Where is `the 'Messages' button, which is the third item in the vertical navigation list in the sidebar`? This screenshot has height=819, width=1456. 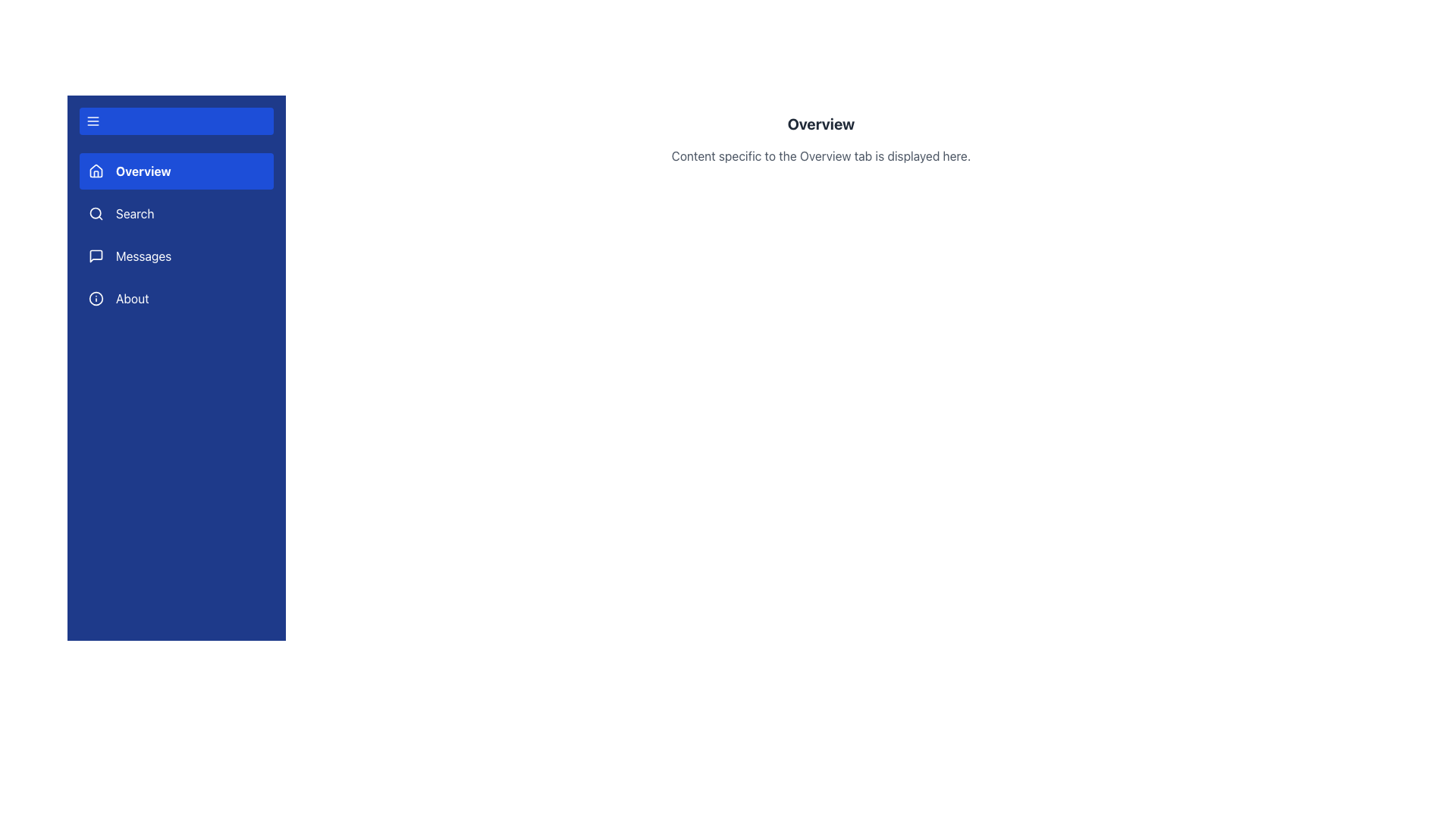
the 'Messages' button, which is the third item in the vertical navigation list in the sidebar is located at coordinates (177, 256).